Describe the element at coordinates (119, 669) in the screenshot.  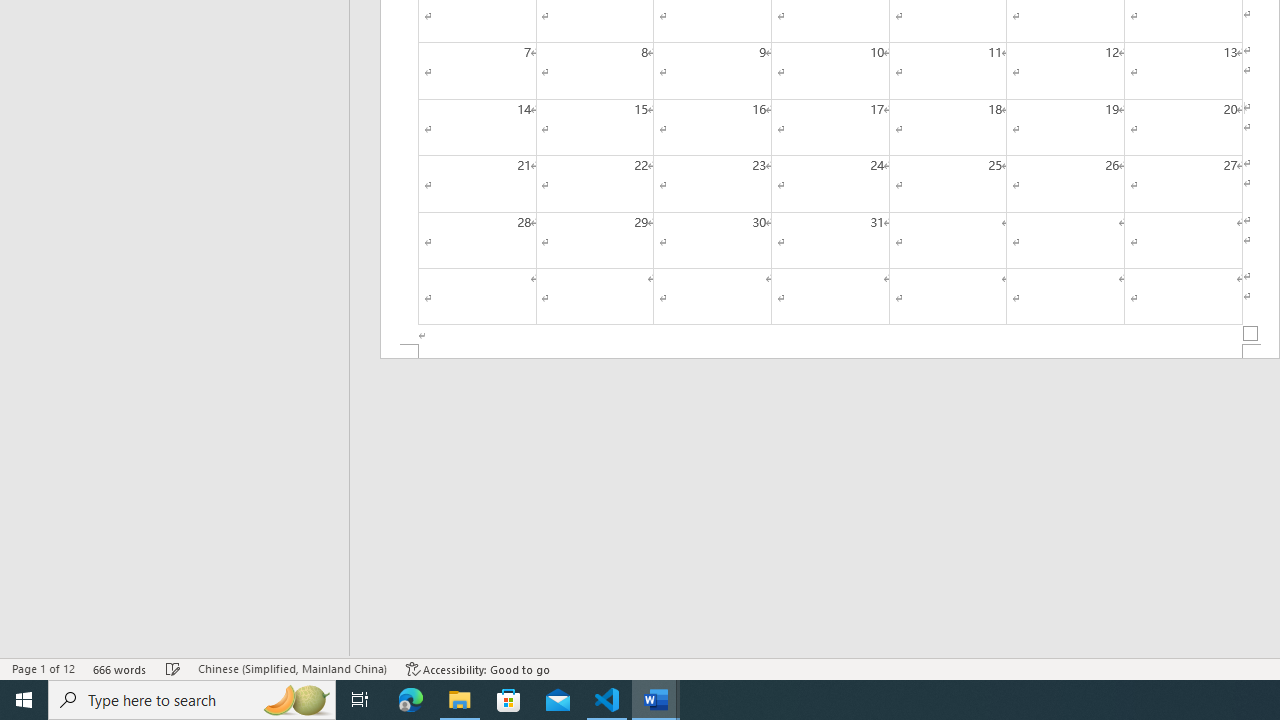
I see `'Word Count 666 words'` at that location.